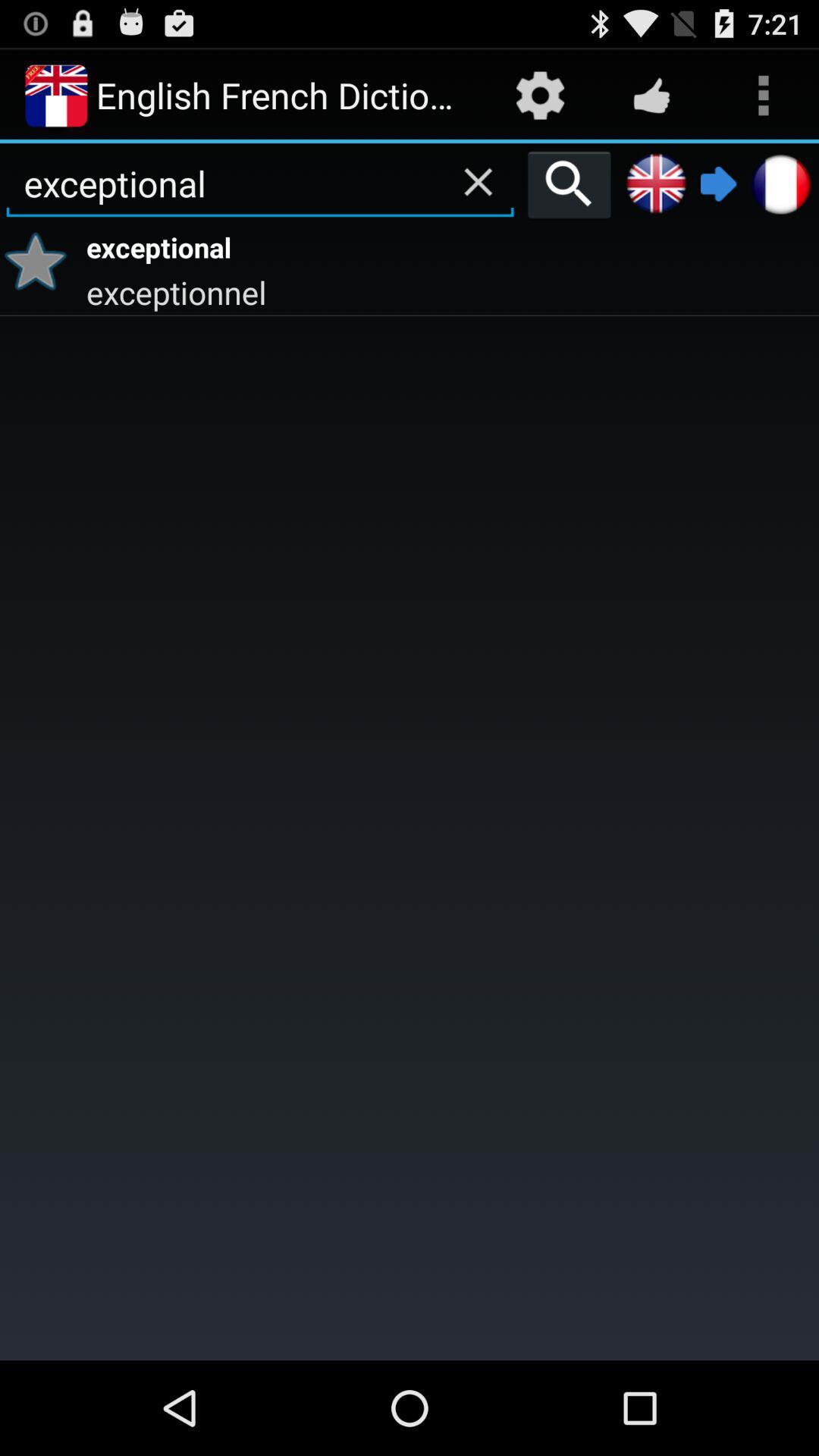  Describe the element at coordinates (569, 184) in the screenshot. I see `the item above the exceptional item` at that location.